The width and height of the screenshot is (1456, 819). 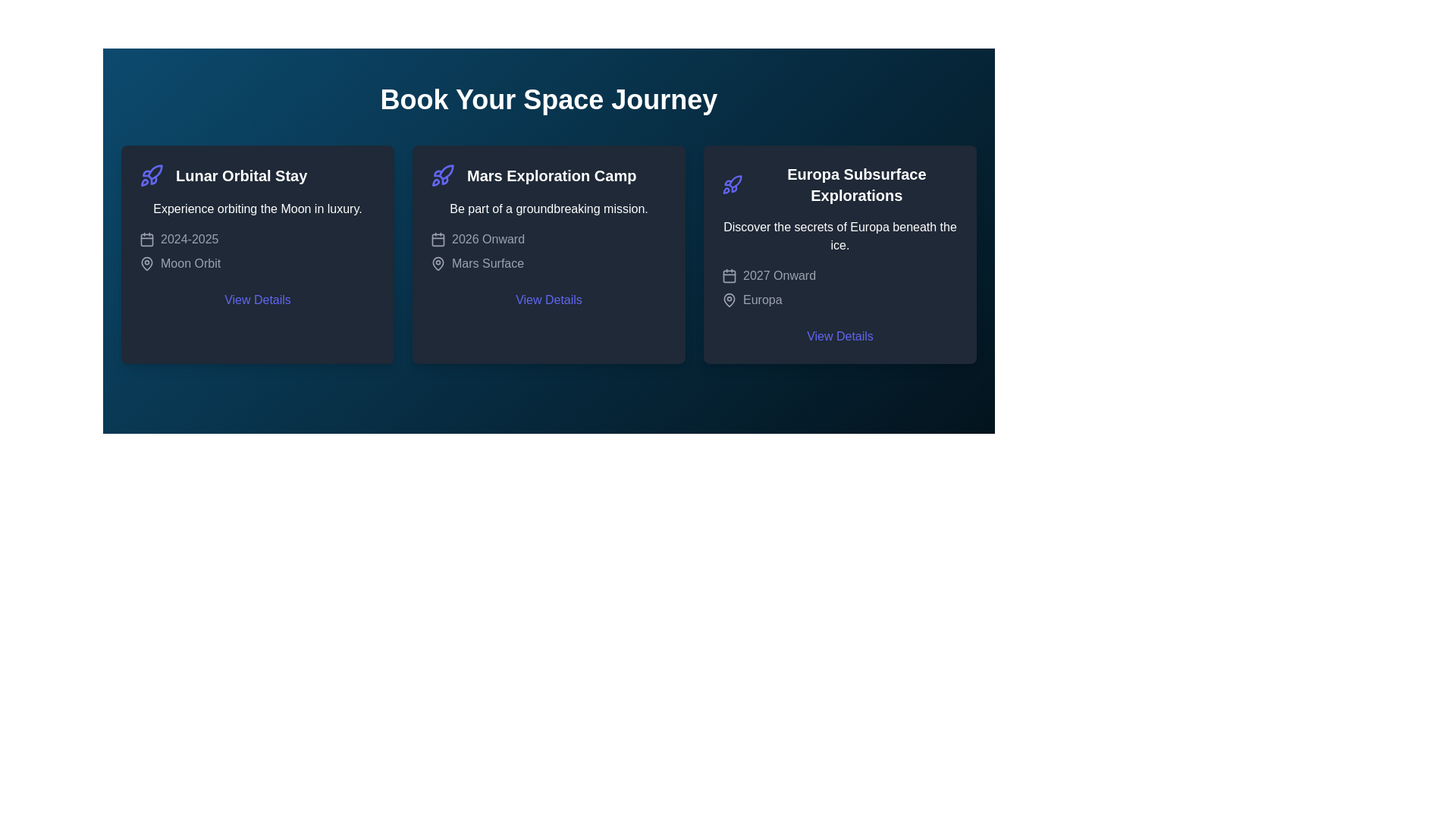 What do you see at coordinates (437, 239) in the screenshot?
I see `the gray calendar icon with round edges located in the second card titled 'Mars Exploration Camp', positioned to the left of '2026 Onward' and above 'Mars Surface'` at bounding box center [437, 239].